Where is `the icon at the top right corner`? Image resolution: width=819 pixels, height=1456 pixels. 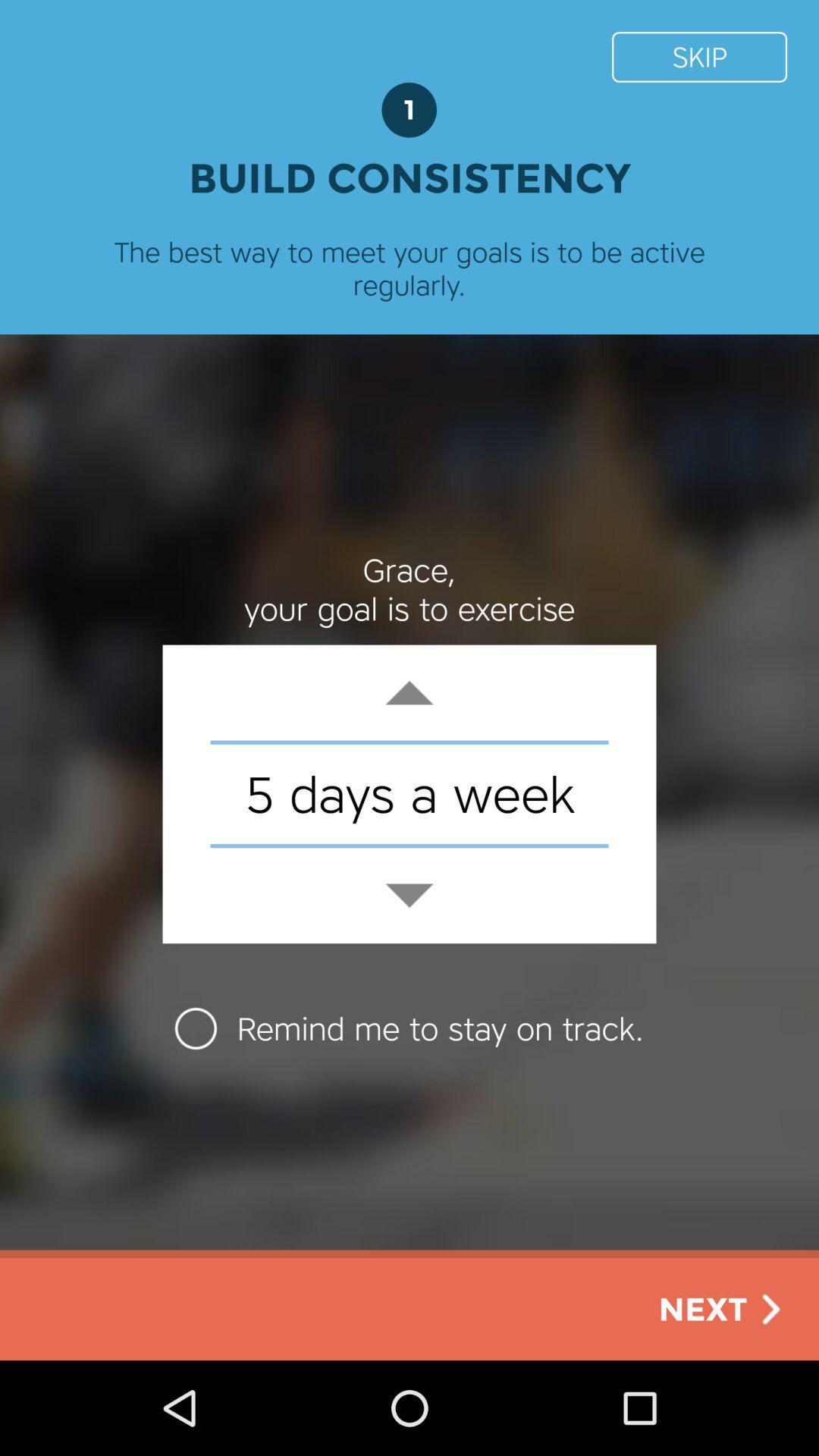 the icon at the top right corner is located at coordinates (699, 57).